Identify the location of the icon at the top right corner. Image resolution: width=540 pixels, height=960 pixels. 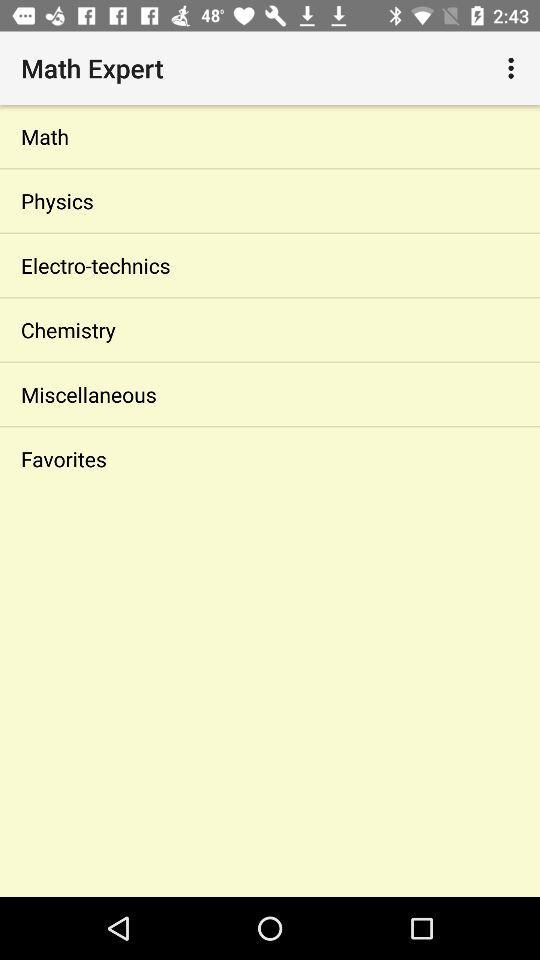
(513, 68).